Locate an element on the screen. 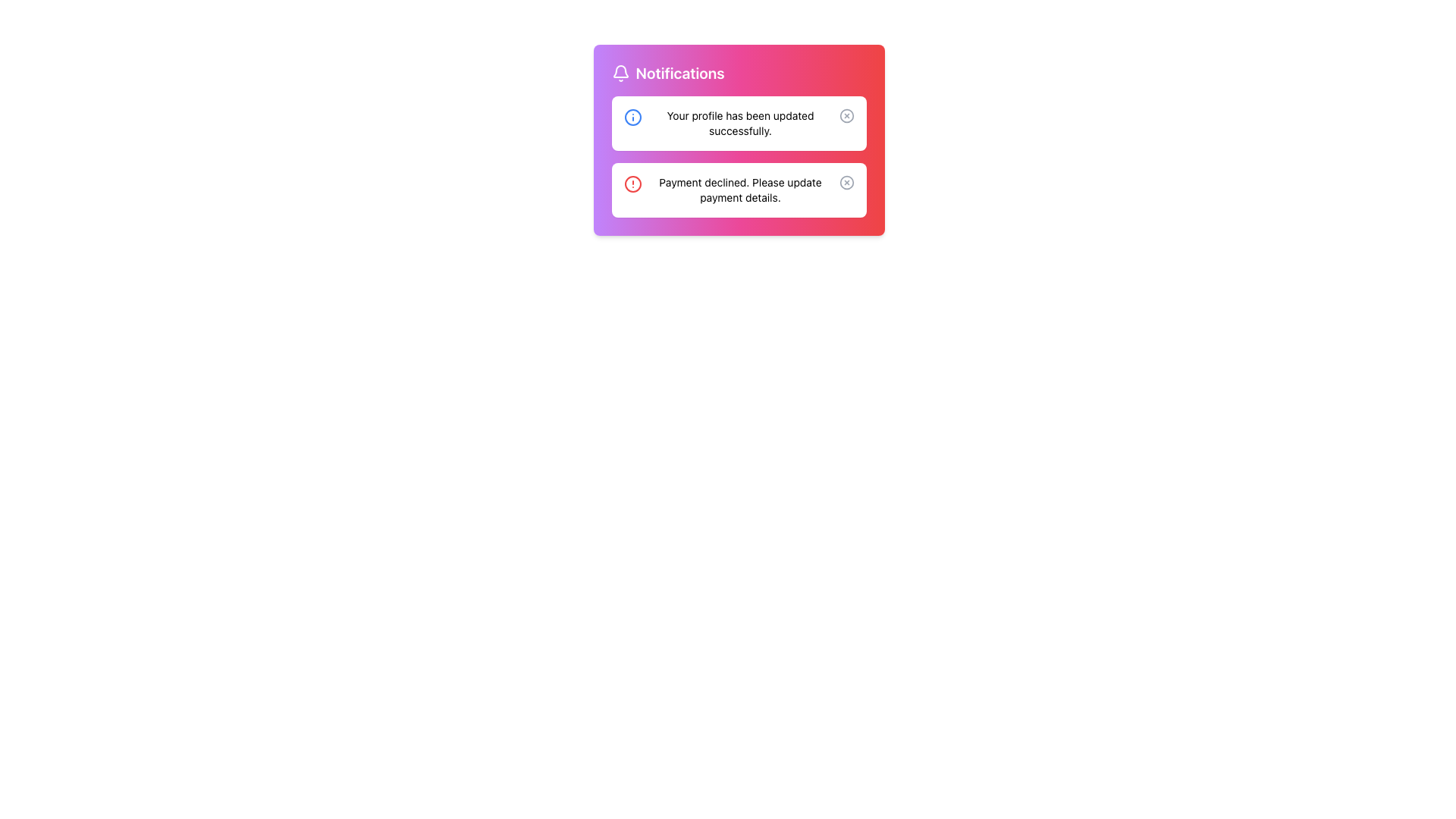 The image size is (1456, 819). the Notification Panel that displays updates and alerts to the user, being the first subsection among its siblings is located at coordinates (739, 140).